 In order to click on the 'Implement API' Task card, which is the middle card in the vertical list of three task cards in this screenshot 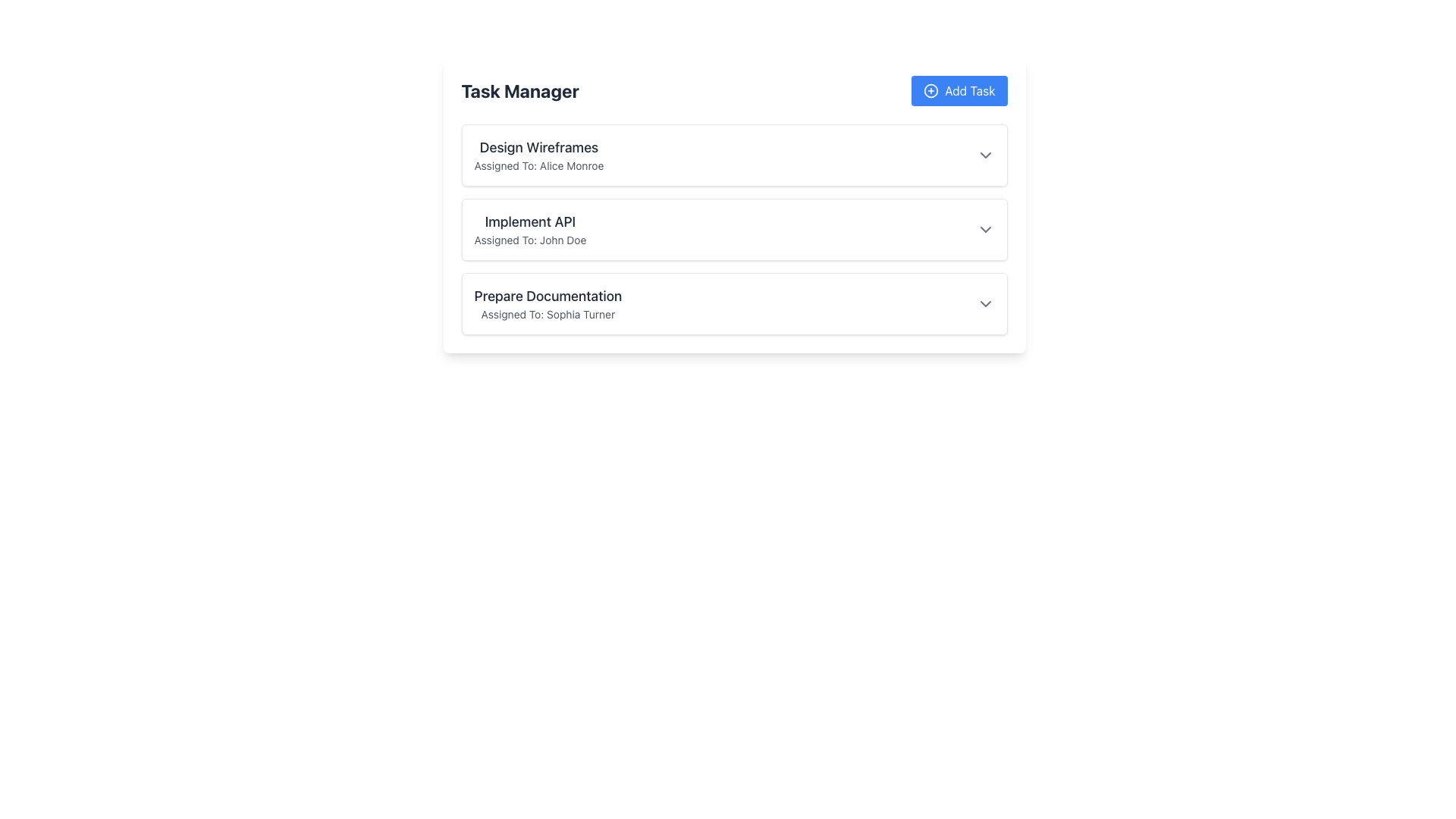, I will do `click(734, 205)`.